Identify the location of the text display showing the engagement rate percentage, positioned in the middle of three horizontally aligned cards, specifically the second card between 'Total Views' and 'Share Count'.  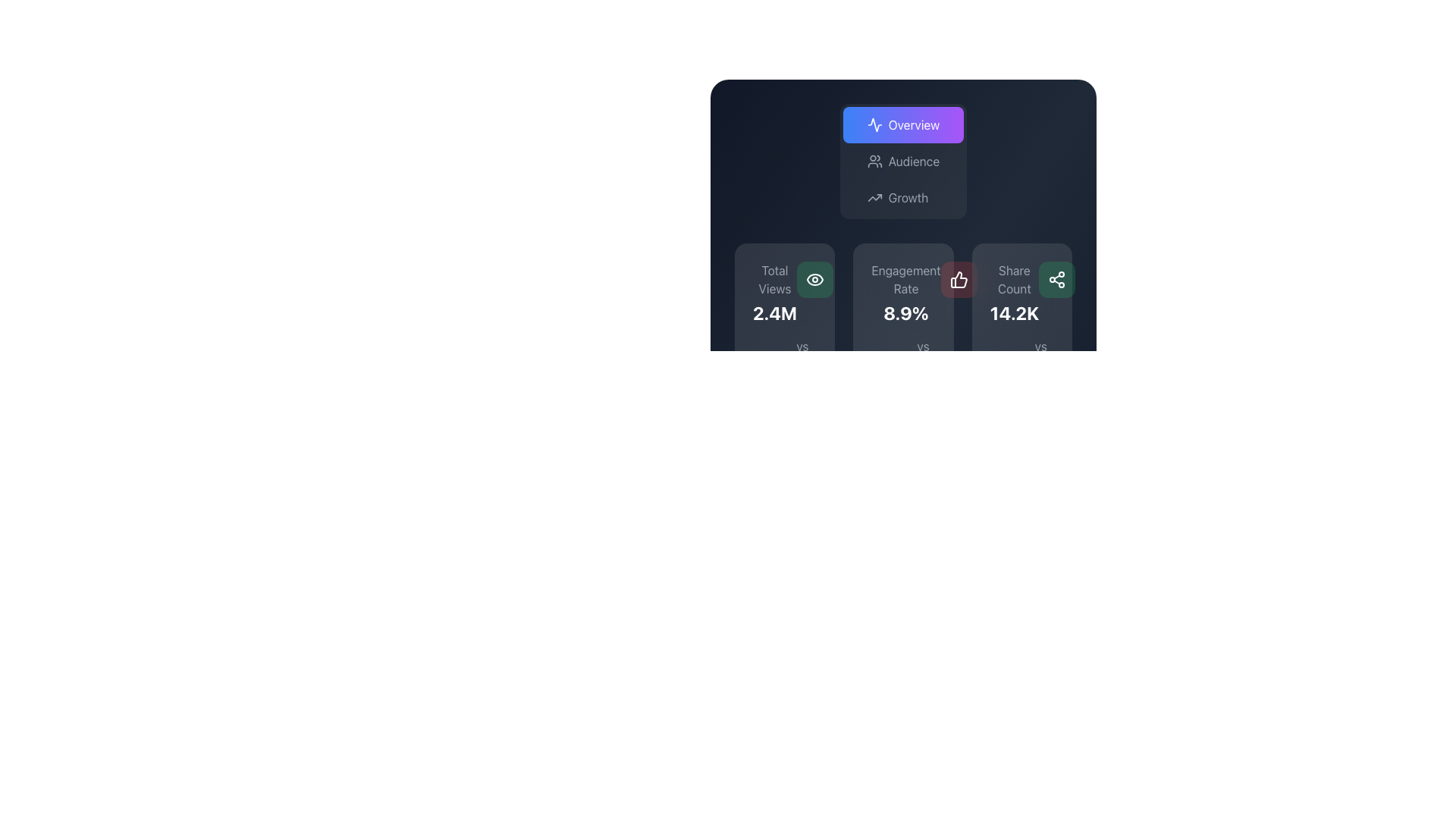
(906, 293).